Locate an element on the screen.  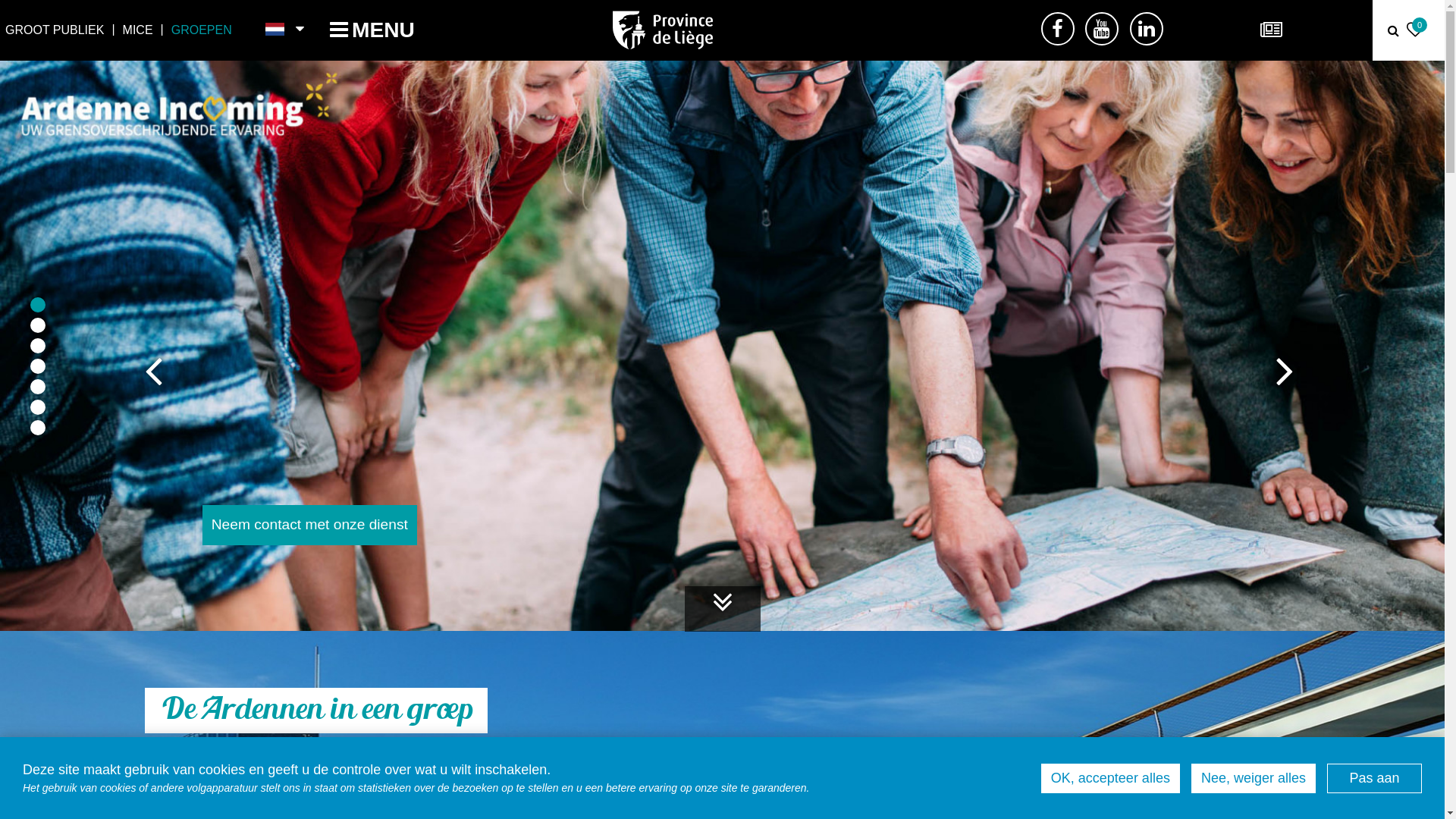
'Pas aan' is located at coordinates (1374, 777).